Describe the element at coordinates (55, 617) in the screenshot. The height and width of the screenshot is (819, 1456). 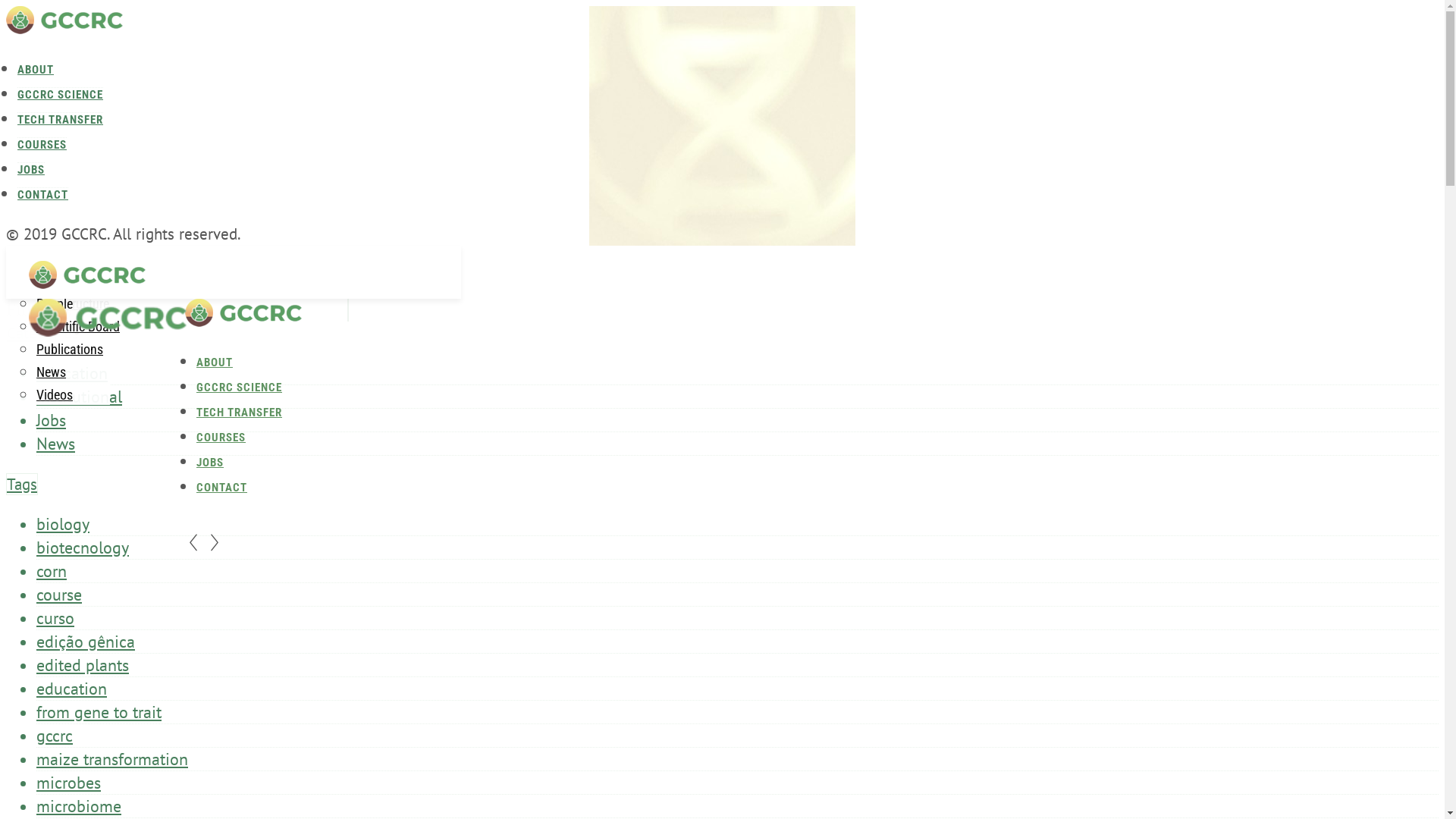
I see `'curso'` at that location.